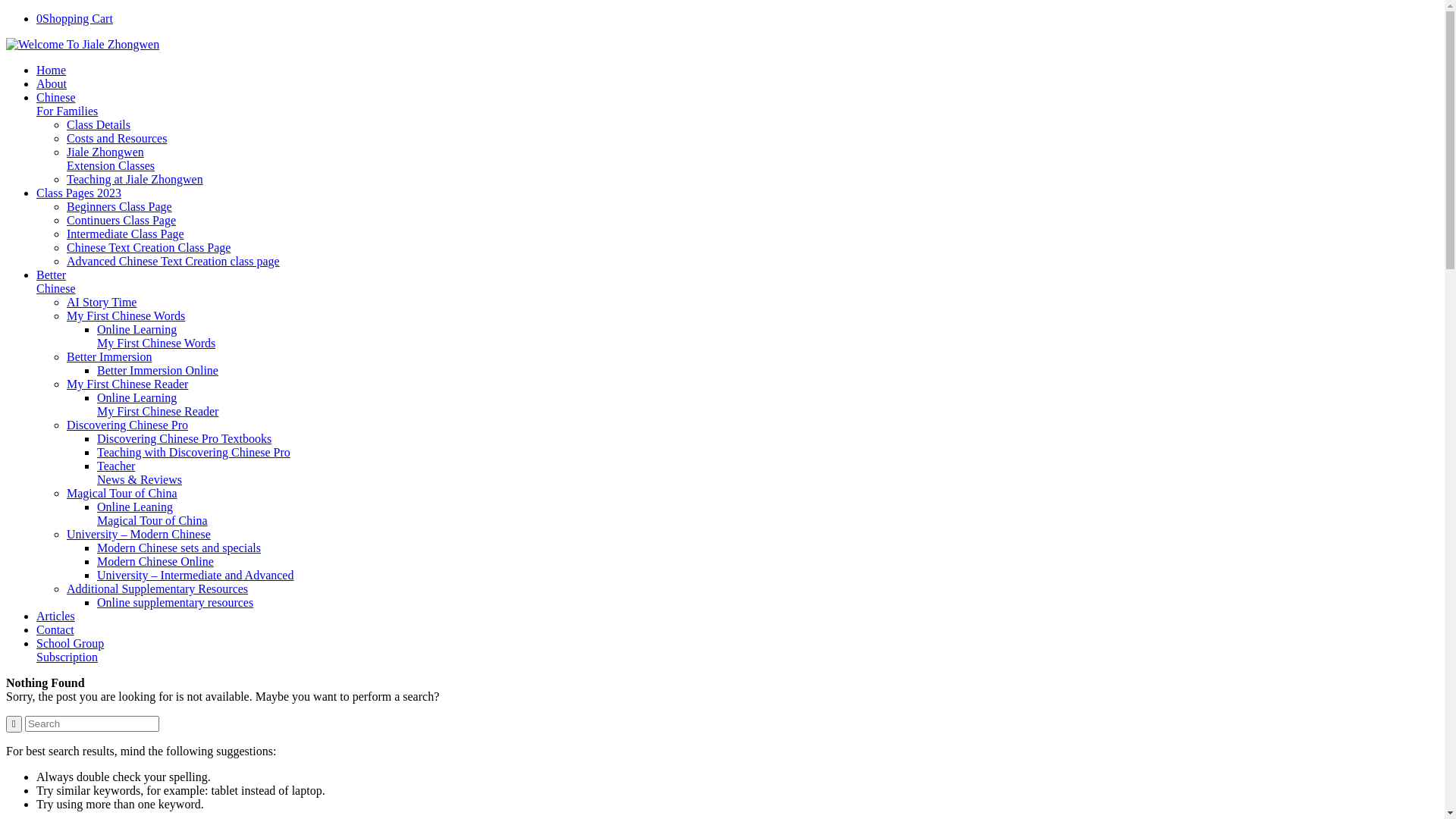 This screenshot has width=1456, height=819. Describe the element at coordinates (193, 451) in the screenshot. I see `'Teaching with Discovering Chinese Pro'` at that location.